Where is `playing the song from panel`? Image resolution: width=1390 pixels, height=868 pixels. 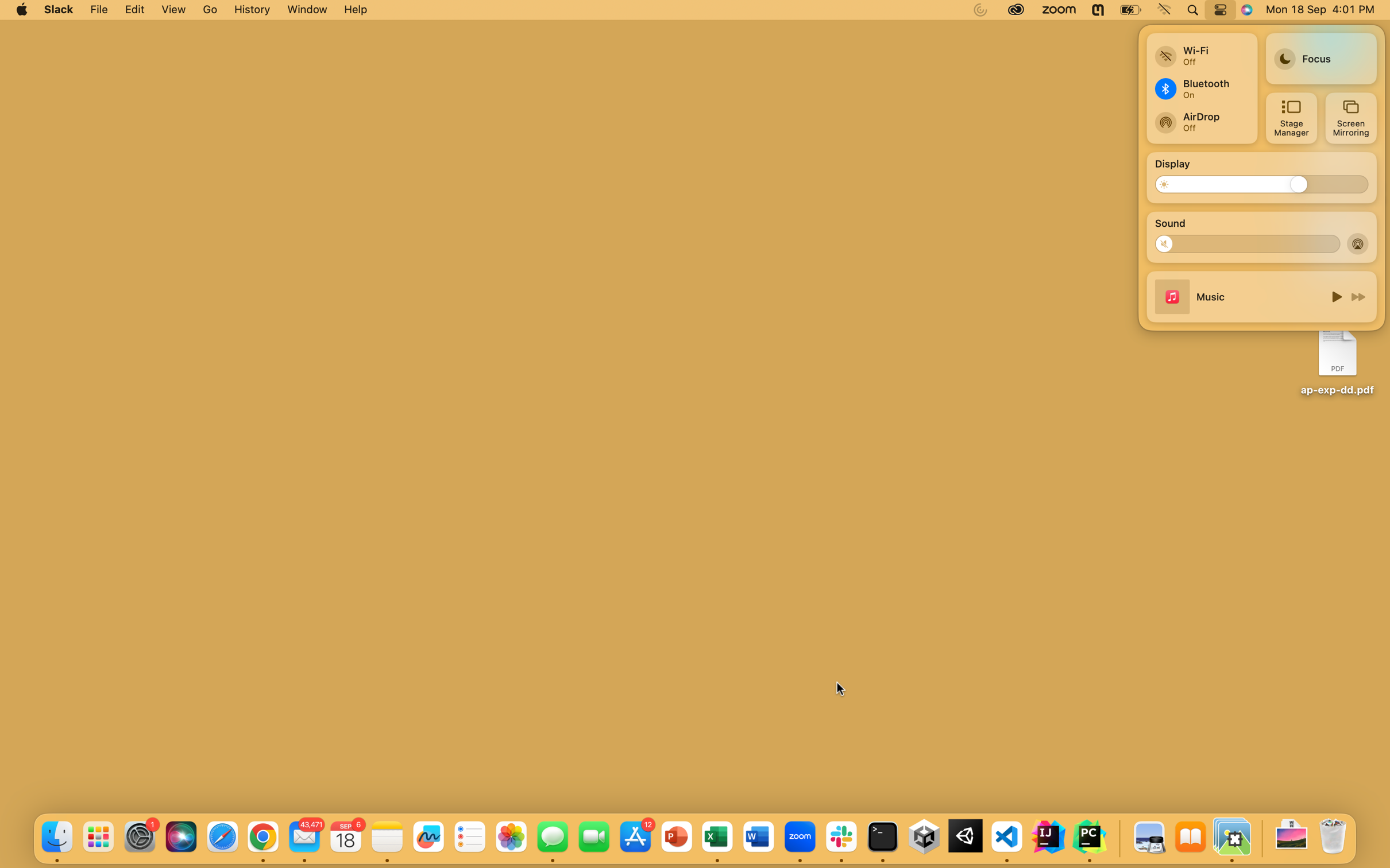 playing the song from panel is located at coordinates (1334, 296).